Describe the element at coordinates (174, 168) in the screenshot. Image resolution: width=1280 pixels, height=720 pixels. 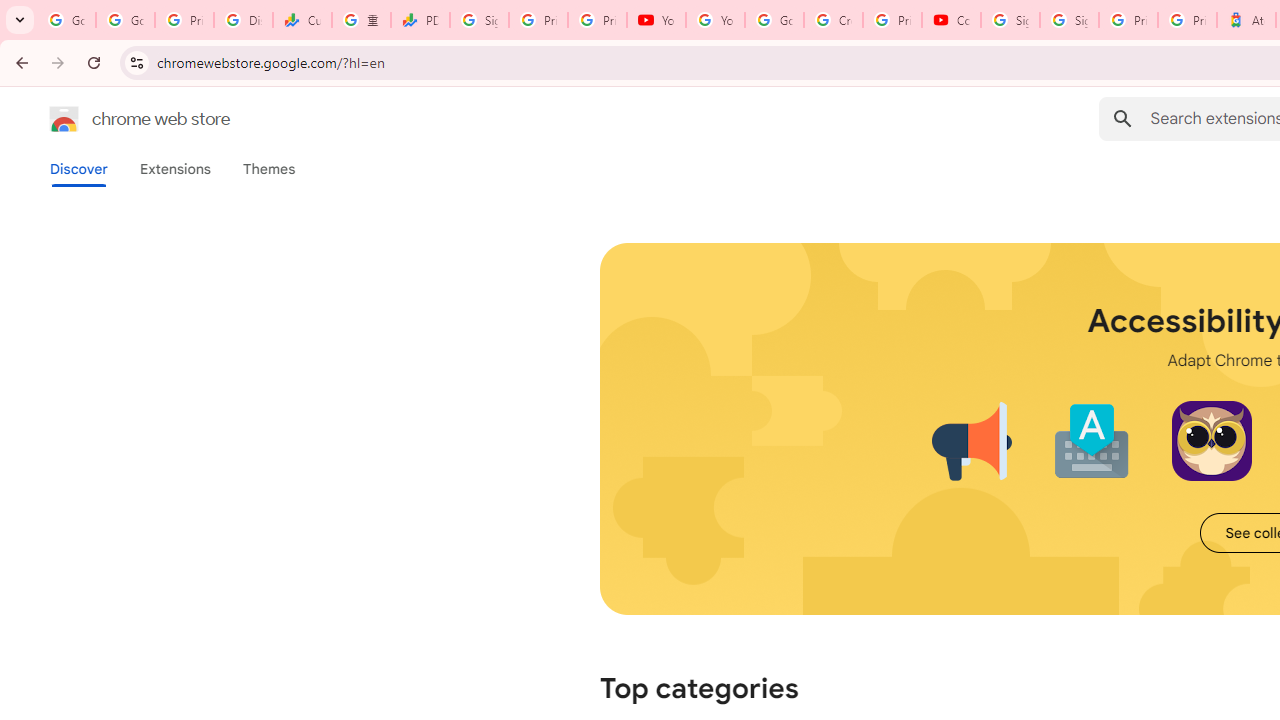
I see `'Extensions'` at that location.